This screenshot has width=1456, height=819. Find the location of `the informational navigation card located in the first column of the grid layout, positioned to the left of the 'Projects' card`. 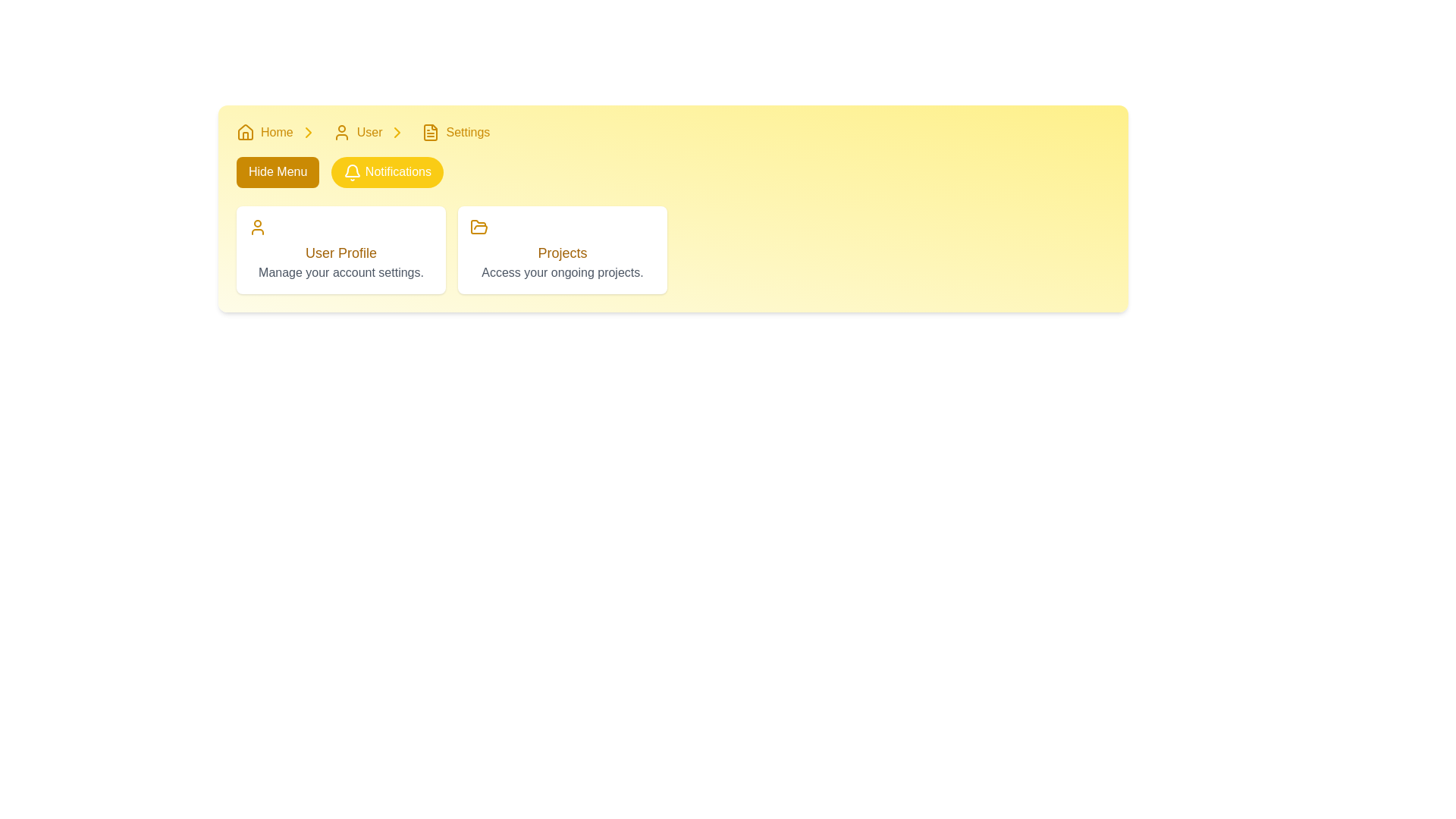

the informational navigation card located in the first column of the grid layout, positioned to the left of the 'Projects' card is located at coordinates (340, 248).